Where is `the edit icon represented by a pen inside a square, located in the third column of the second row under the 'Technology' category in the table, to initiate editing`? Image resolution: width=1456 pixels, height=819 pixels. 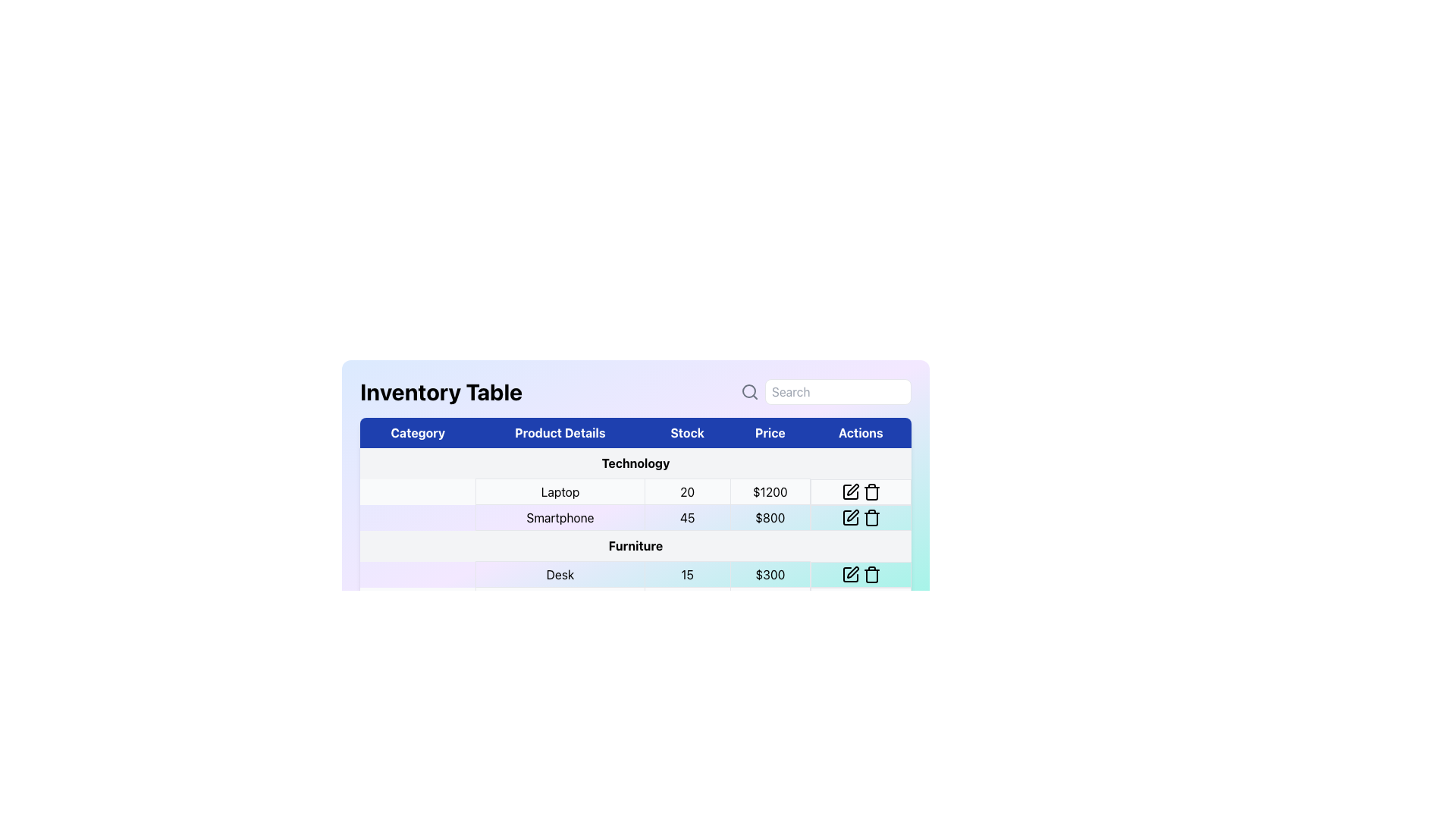 the edit icon represented by a pen inside a square, located in the third column of the second row under the 'Technology' category in the table, to initiate editing is located at coordinates (850, 516).